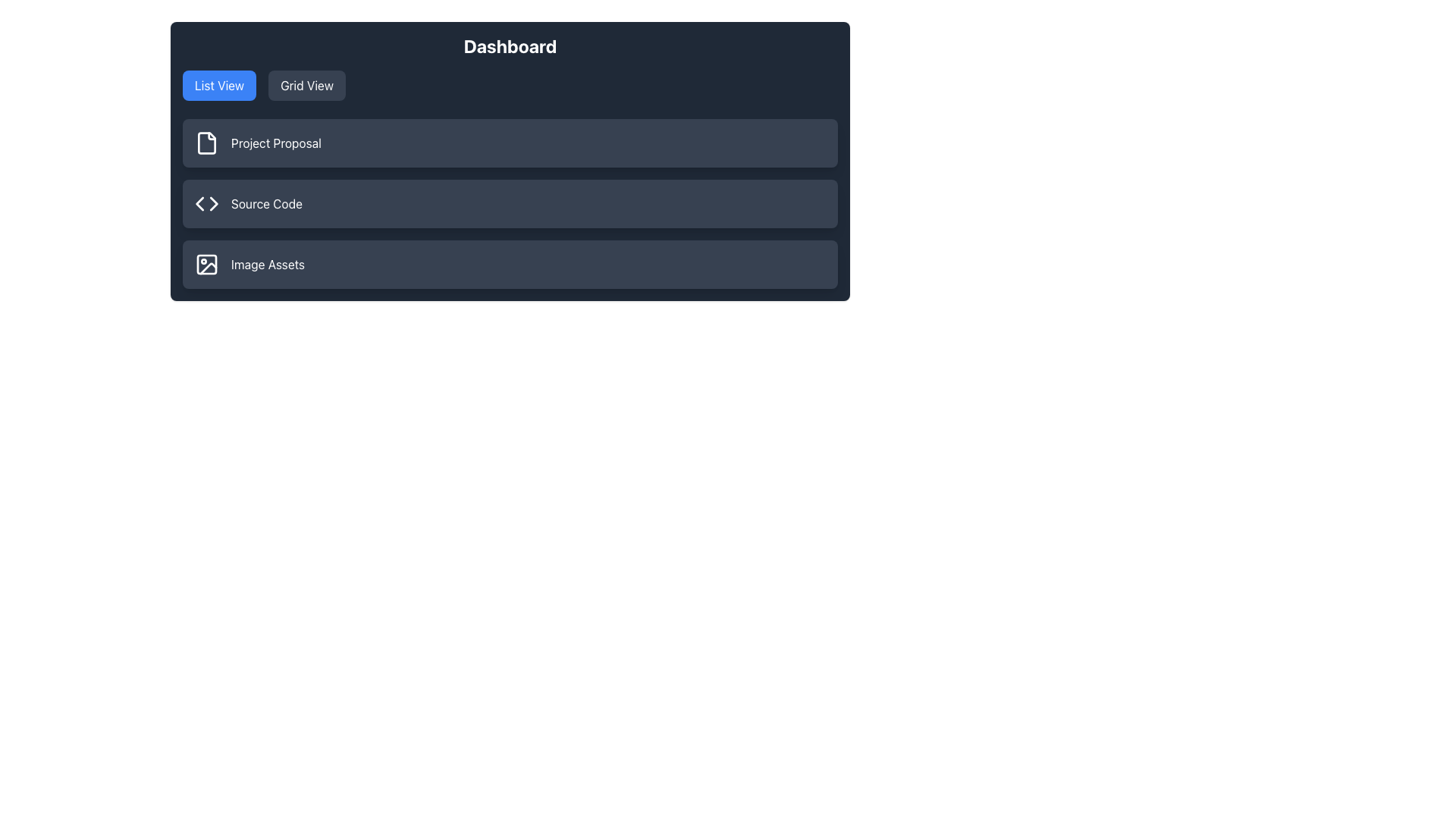  I want to click on the decorative icon representing the 'Project Proposal' document, located in the top-left section of its card layout, so click(206, 143).